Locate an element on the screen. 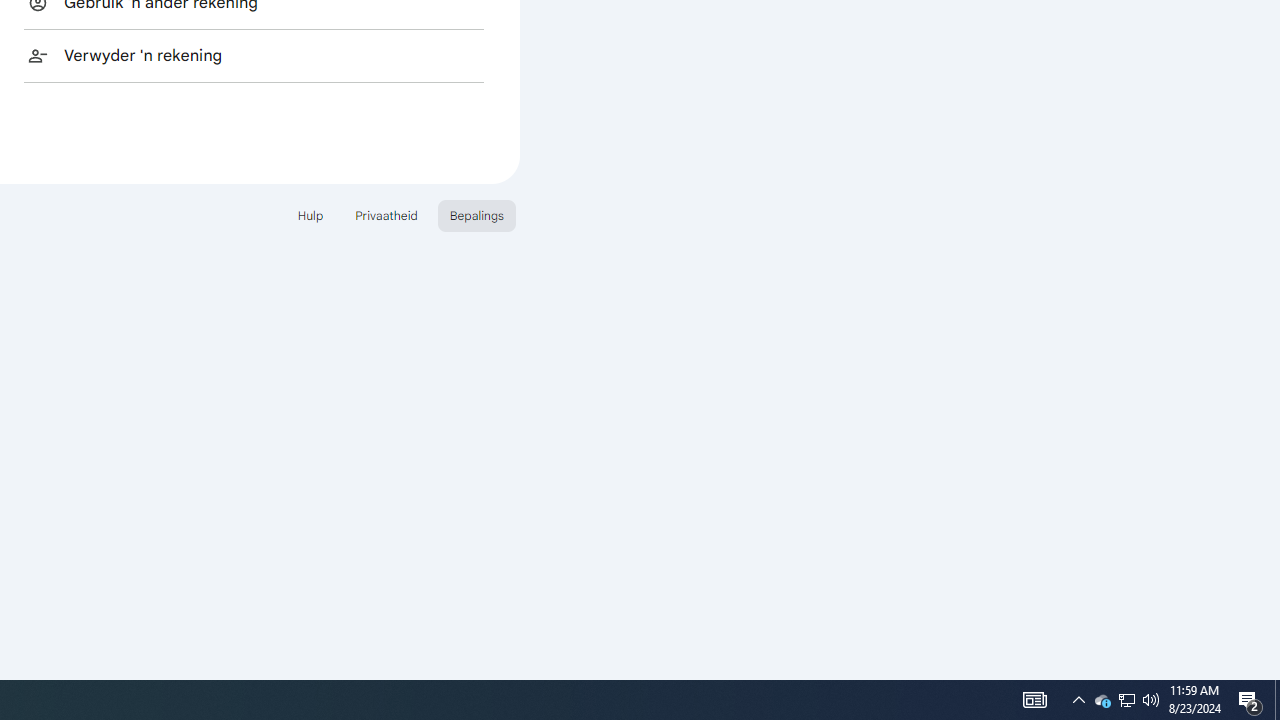 The width and height of the screenshot is (1280, 720). 'Hulp' is located at coordinates (309, 215).